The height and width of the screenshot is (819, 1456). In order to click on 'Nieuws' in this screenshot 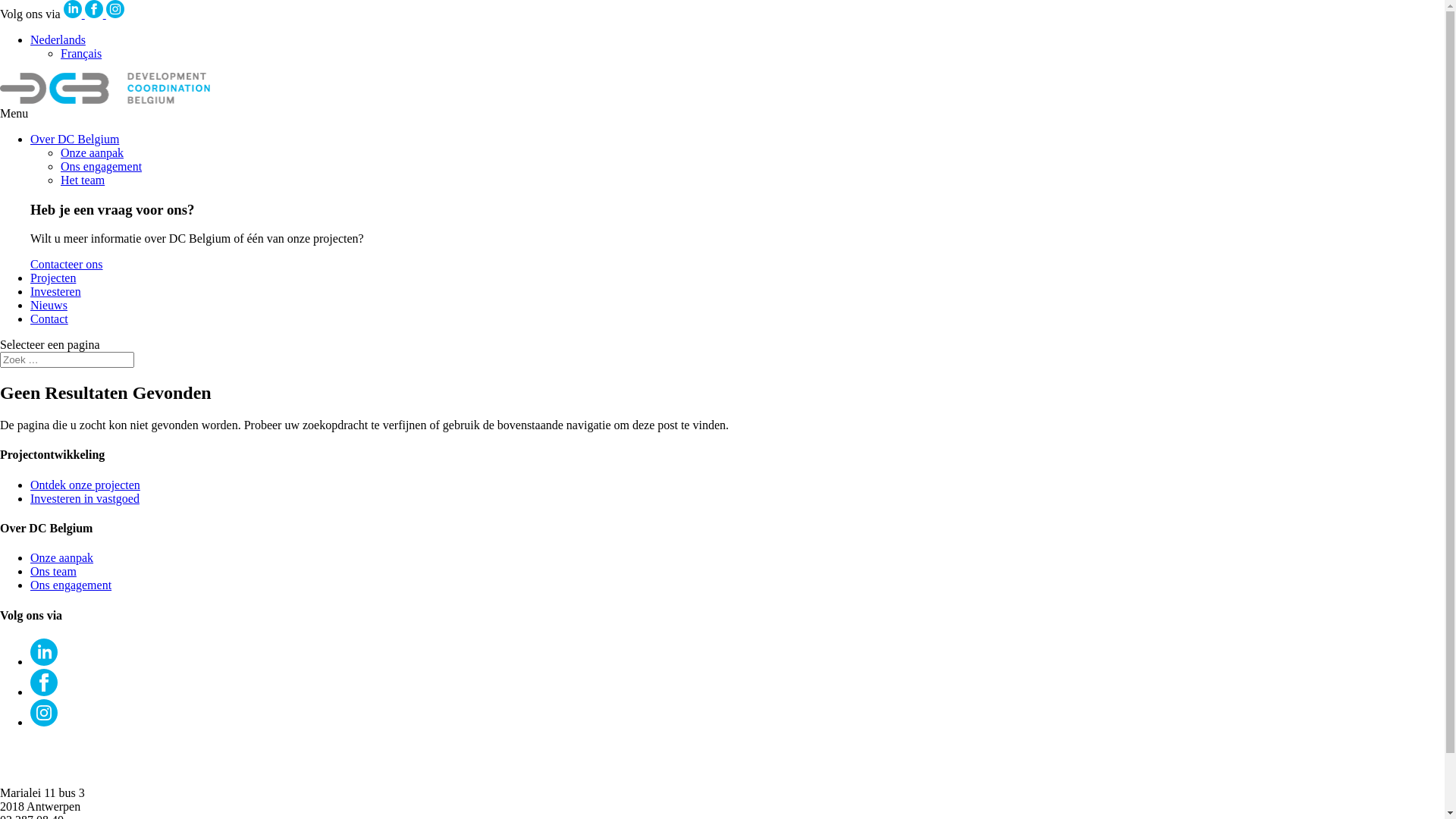, I will do `click(49, 305)`.